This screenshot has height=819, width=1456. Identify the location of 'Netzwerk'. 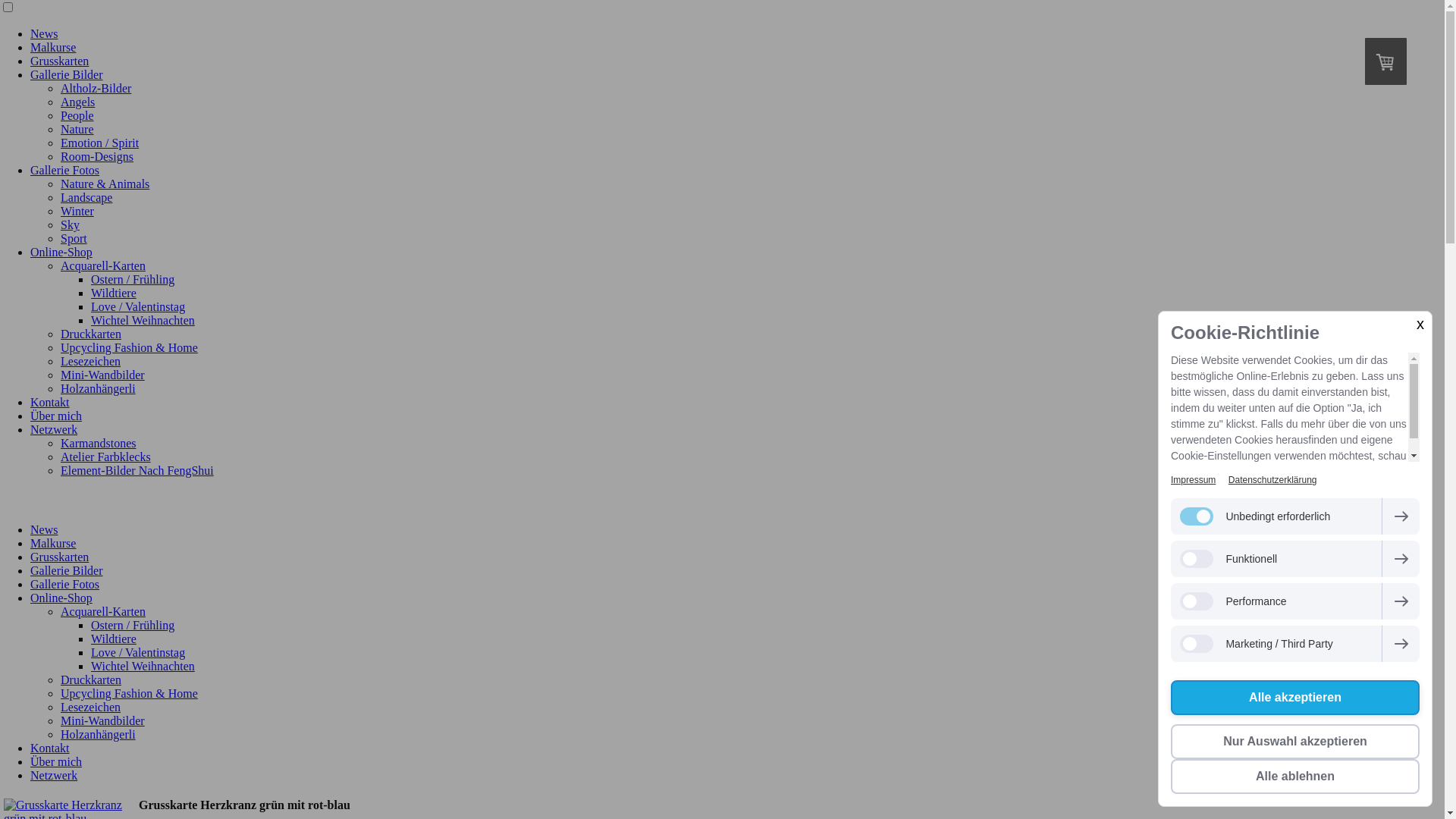
(54, 429).